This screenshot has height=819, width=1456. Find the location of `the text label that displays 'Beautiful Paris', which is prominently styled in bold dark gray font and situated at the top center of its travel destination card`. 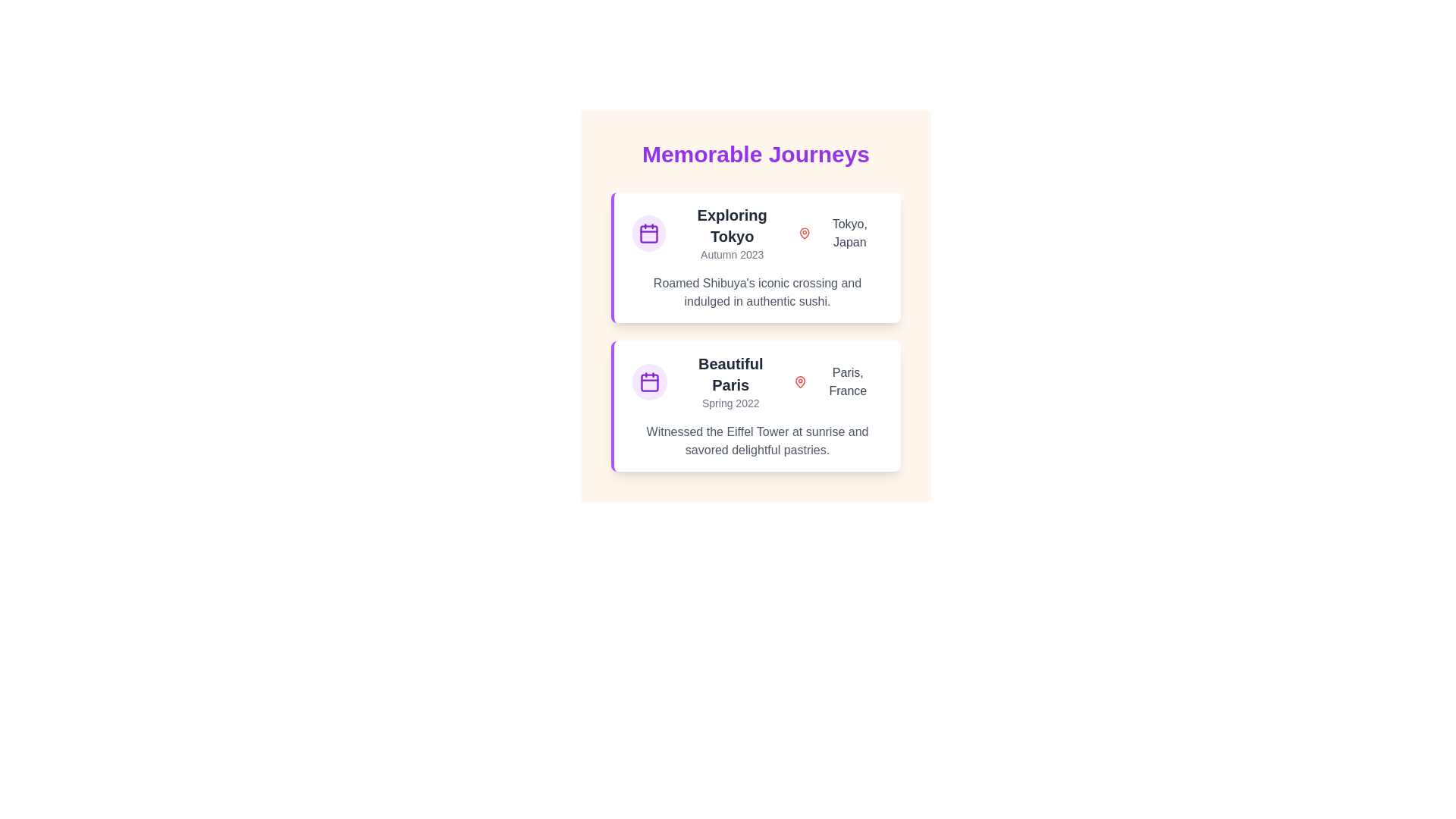

the text label that displays 'Beautiful Paris', which is prominently styled in bold dark gray font and situated at the top center of its travel destination card is located at coordinates (730, 374).